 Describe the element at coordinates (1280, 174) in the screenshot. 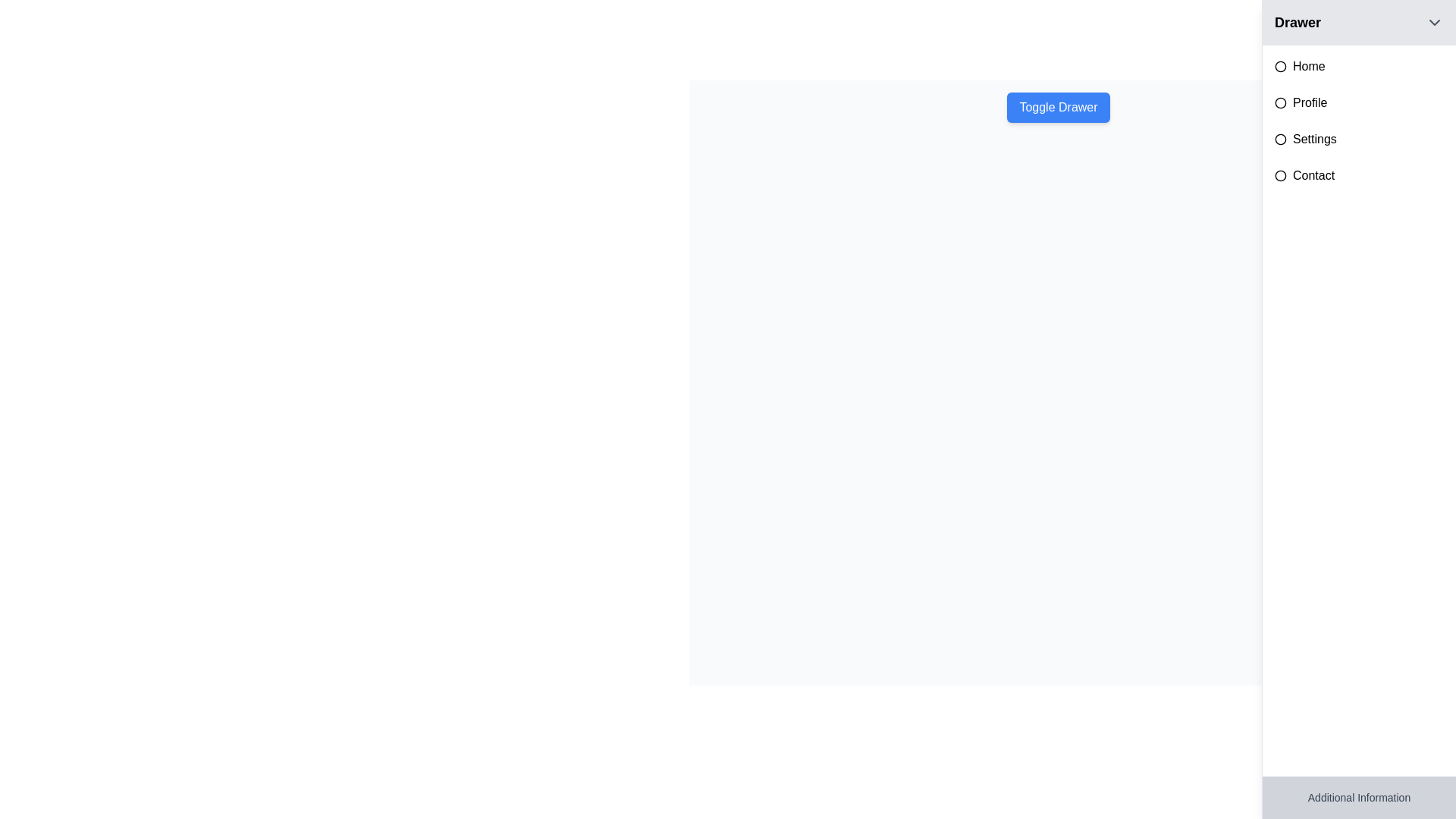

I see `the Circle icon located next to the 'Contact' option in the Drawer sidebar` at that location.